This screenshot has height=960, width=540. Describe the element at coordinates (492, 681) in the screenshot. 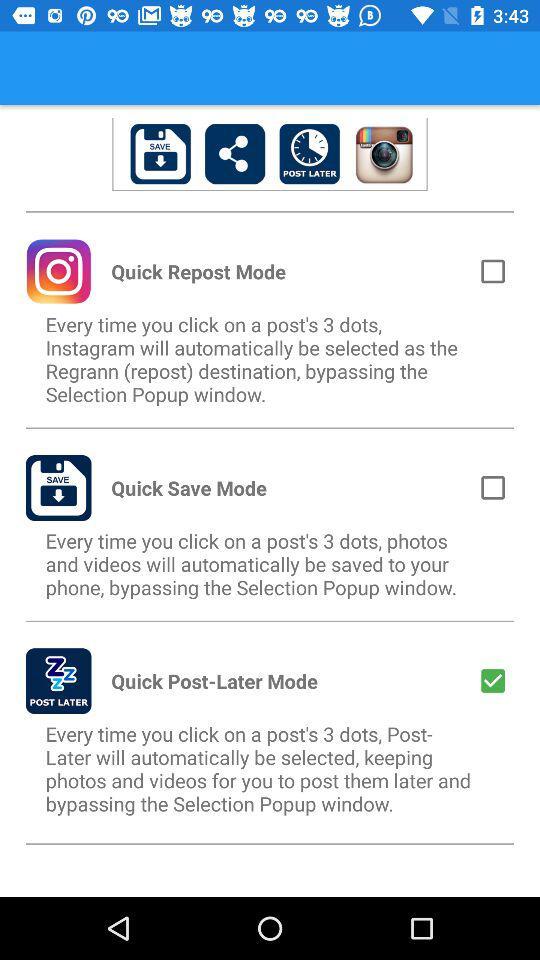

I see `the last check box` at that location.